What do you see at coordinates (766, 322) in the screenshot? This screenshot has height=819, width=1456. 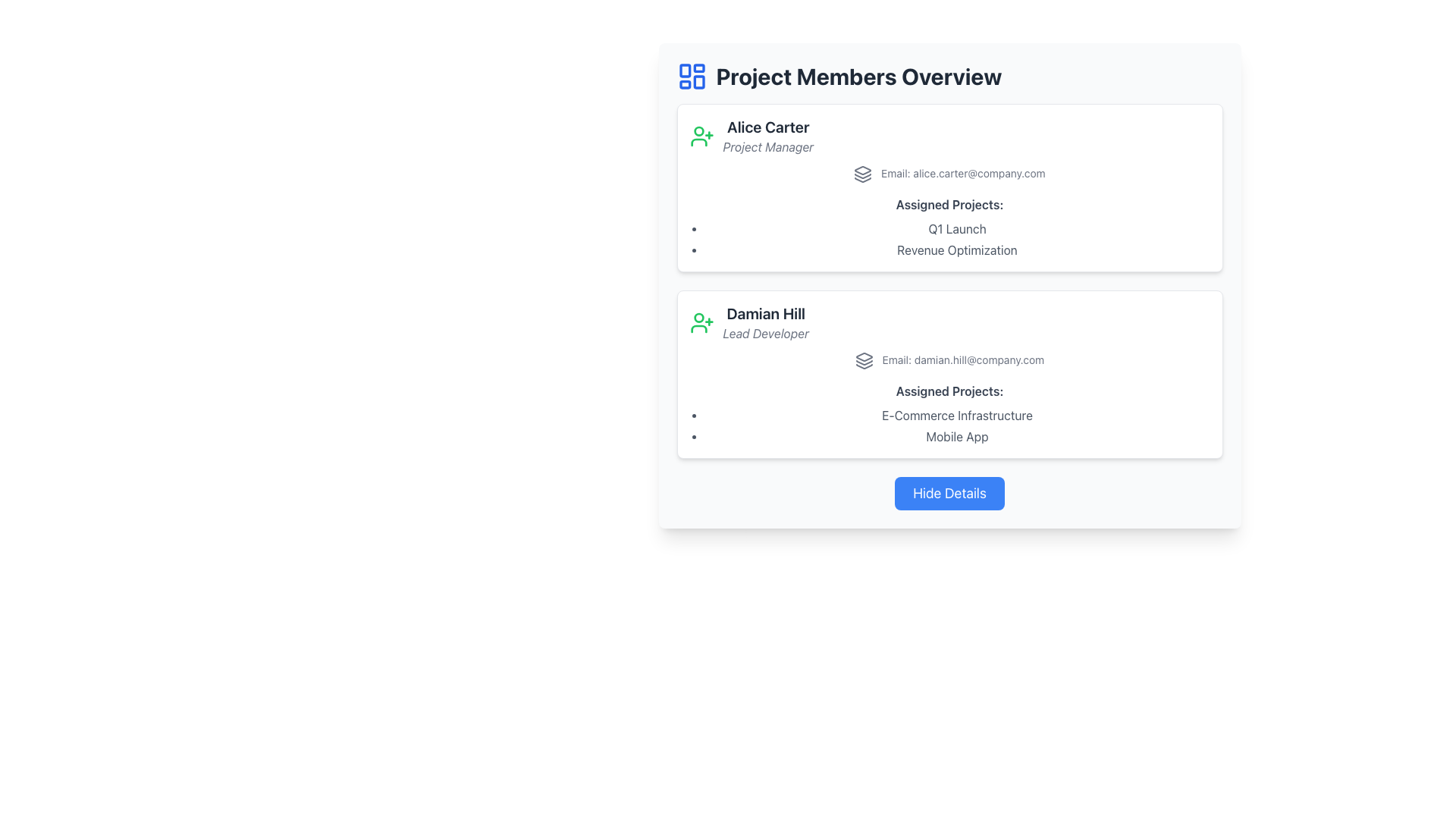 I see `content displayed in the text area showing 'Damian Hill' and his role as 'Lead Developer' in the project members list` at bounding box center [766, 322].